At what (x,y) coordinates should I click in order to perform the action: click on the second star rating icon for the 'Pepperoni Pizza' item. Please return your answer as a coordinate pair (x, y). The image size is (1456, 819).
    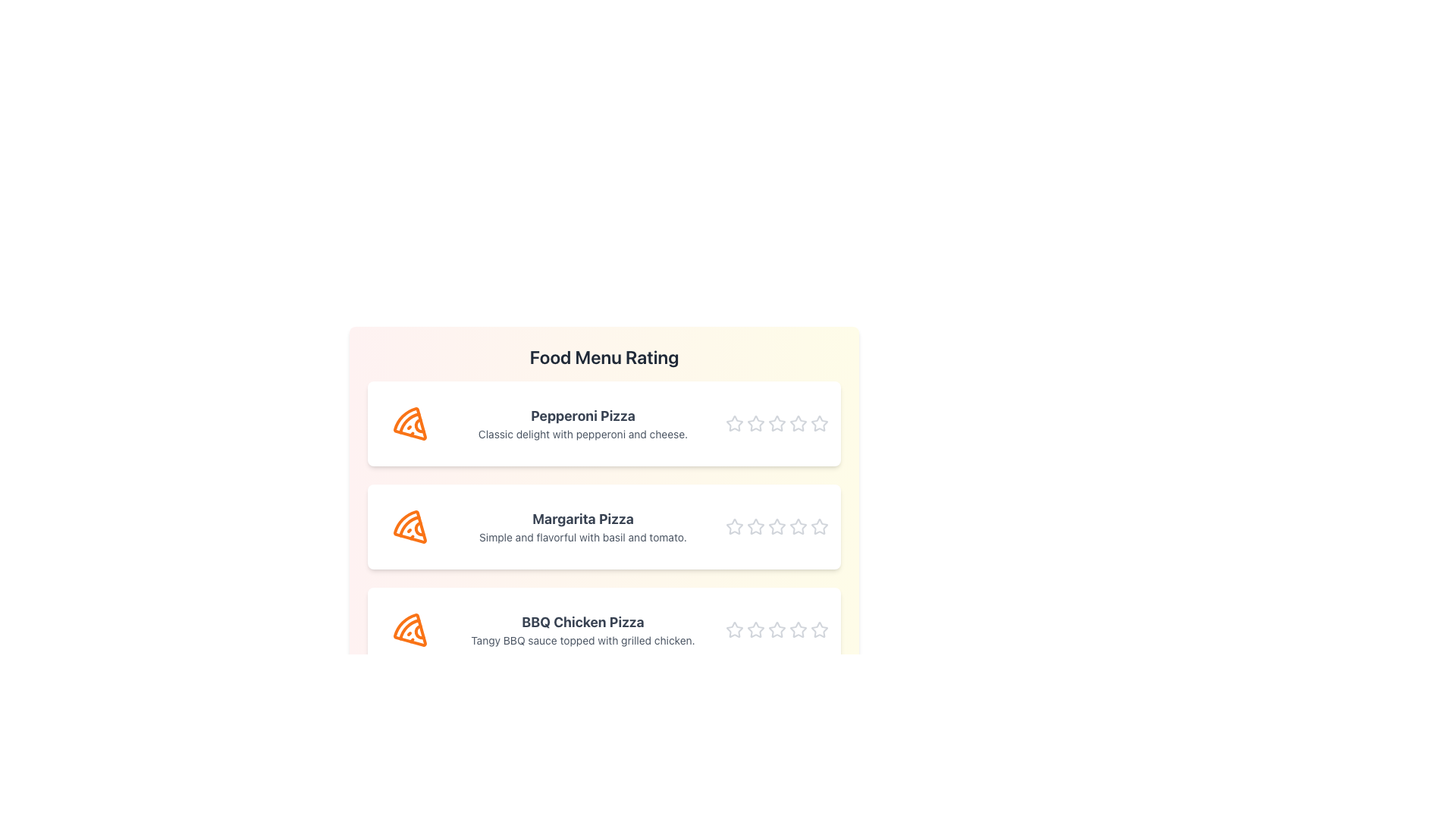
    Looking at the image, I should click on (756, 423).